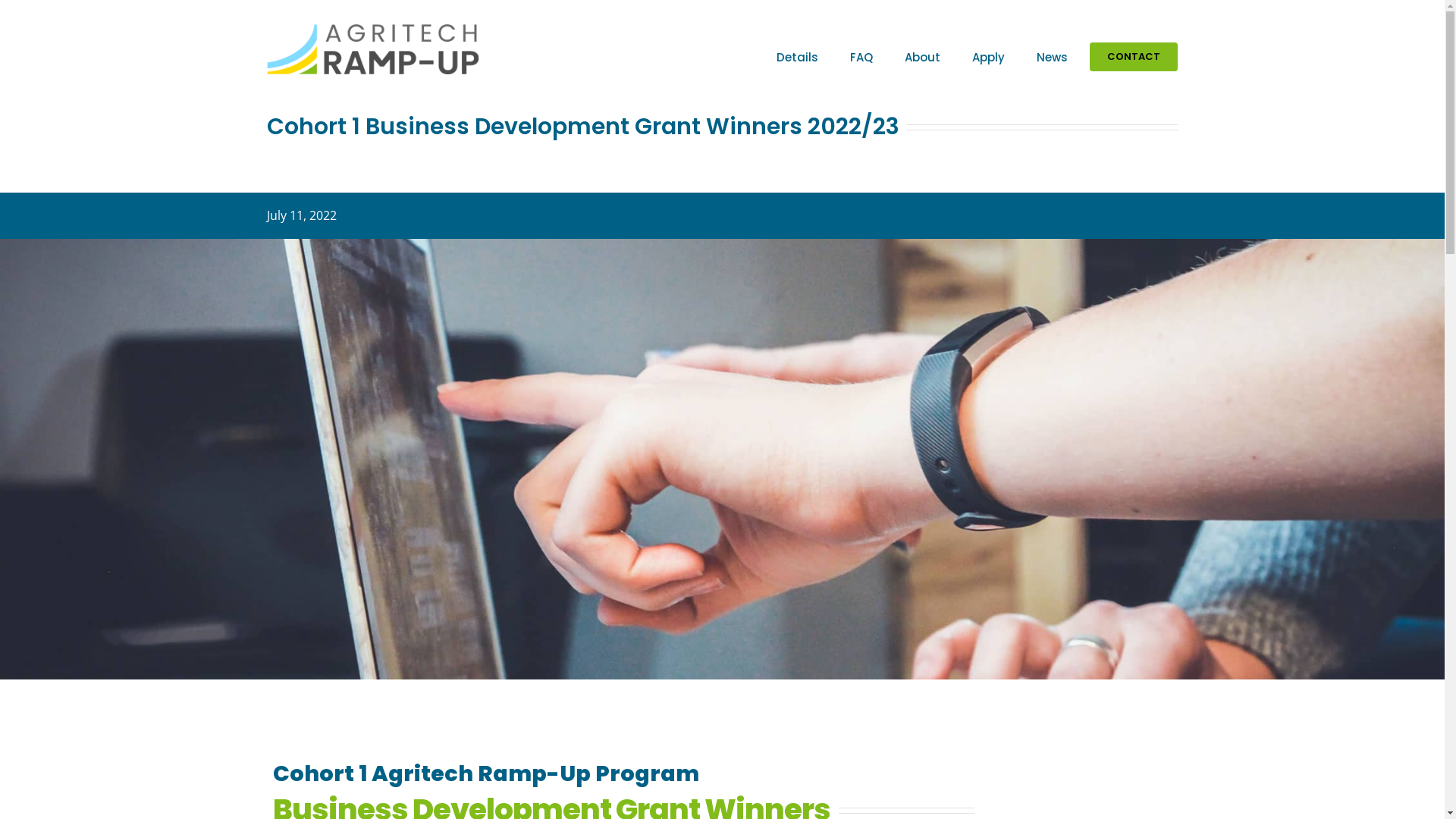 The image size is (1456, 819). Describe the element at coordinates (767, 55) in the screenshot. I see `'Details'` at that location.